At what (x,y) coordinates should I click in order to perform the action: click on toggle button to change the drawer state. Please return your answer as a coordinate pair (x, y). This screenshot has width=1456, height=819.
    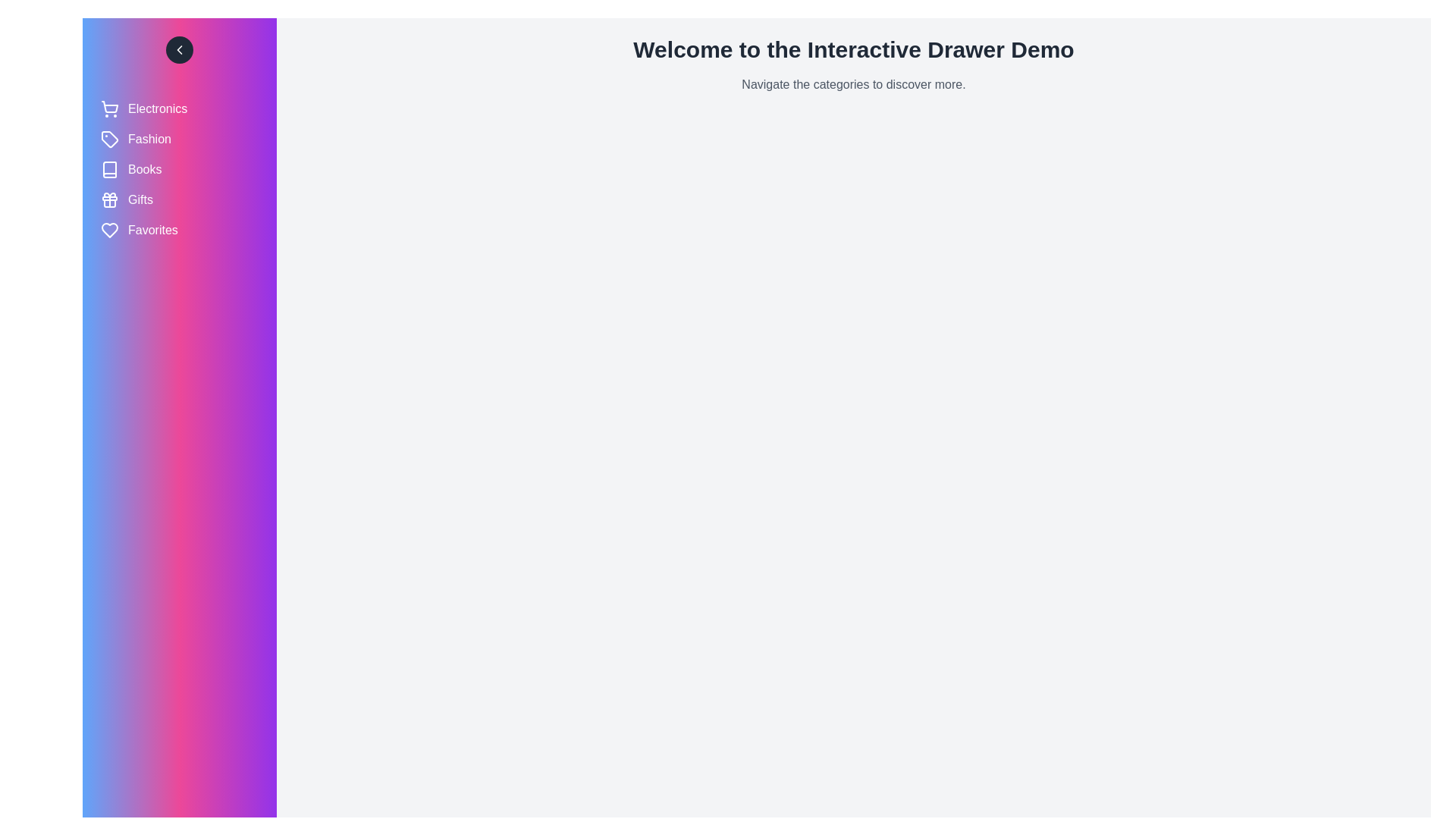
    Looking at the image, I should click on (179, 49).